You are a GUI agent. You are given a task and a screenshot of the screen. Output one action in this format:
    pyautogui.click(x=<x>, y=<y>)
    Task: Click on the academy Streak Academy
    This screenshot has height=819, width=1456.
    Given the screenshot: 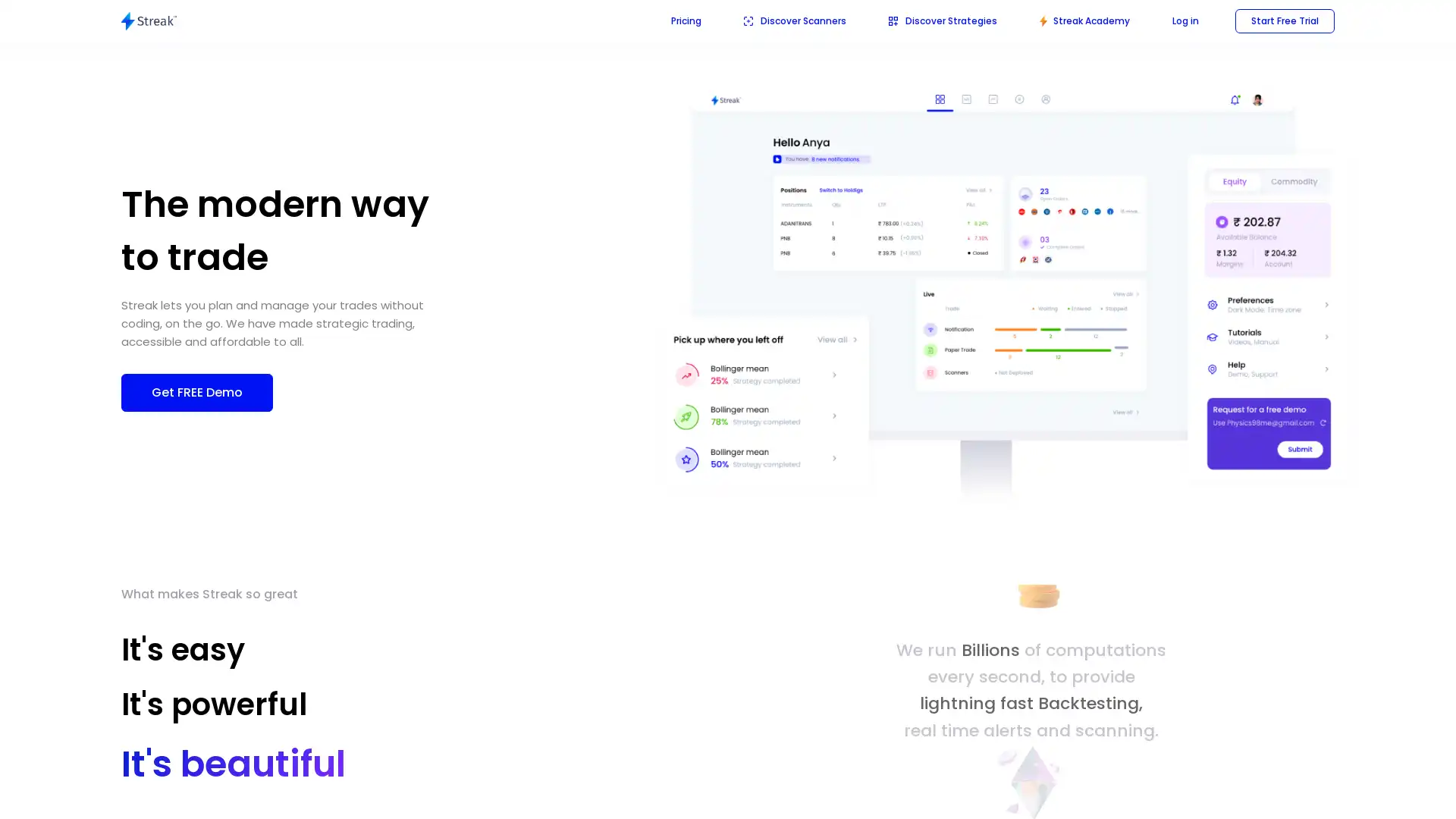 What is the action you would take?
    pyautogui.click(x=1084, y=20)
    